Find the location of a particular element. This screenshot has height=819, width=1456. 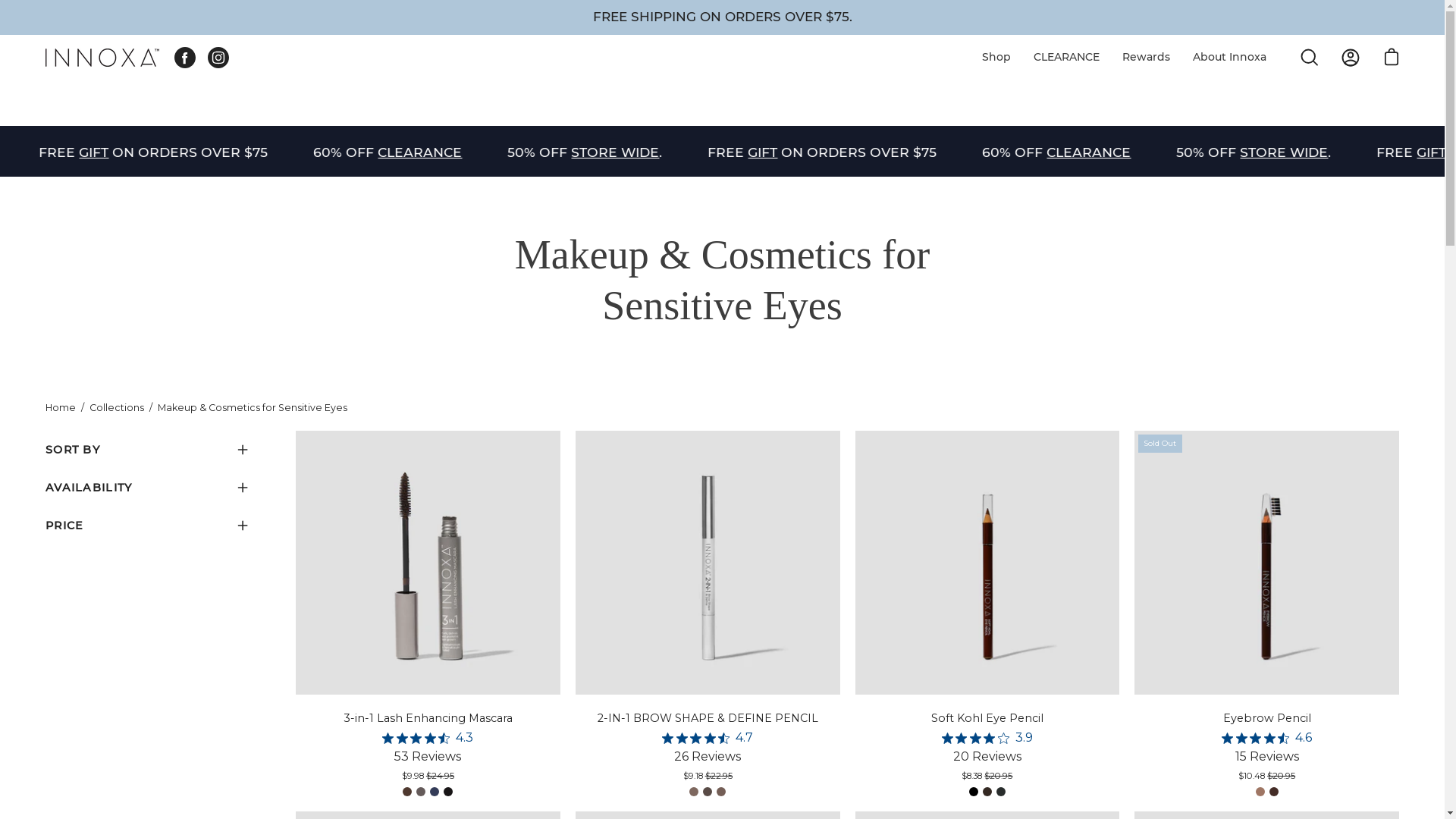

'SORT BY' is located at coordinates (148, 449).